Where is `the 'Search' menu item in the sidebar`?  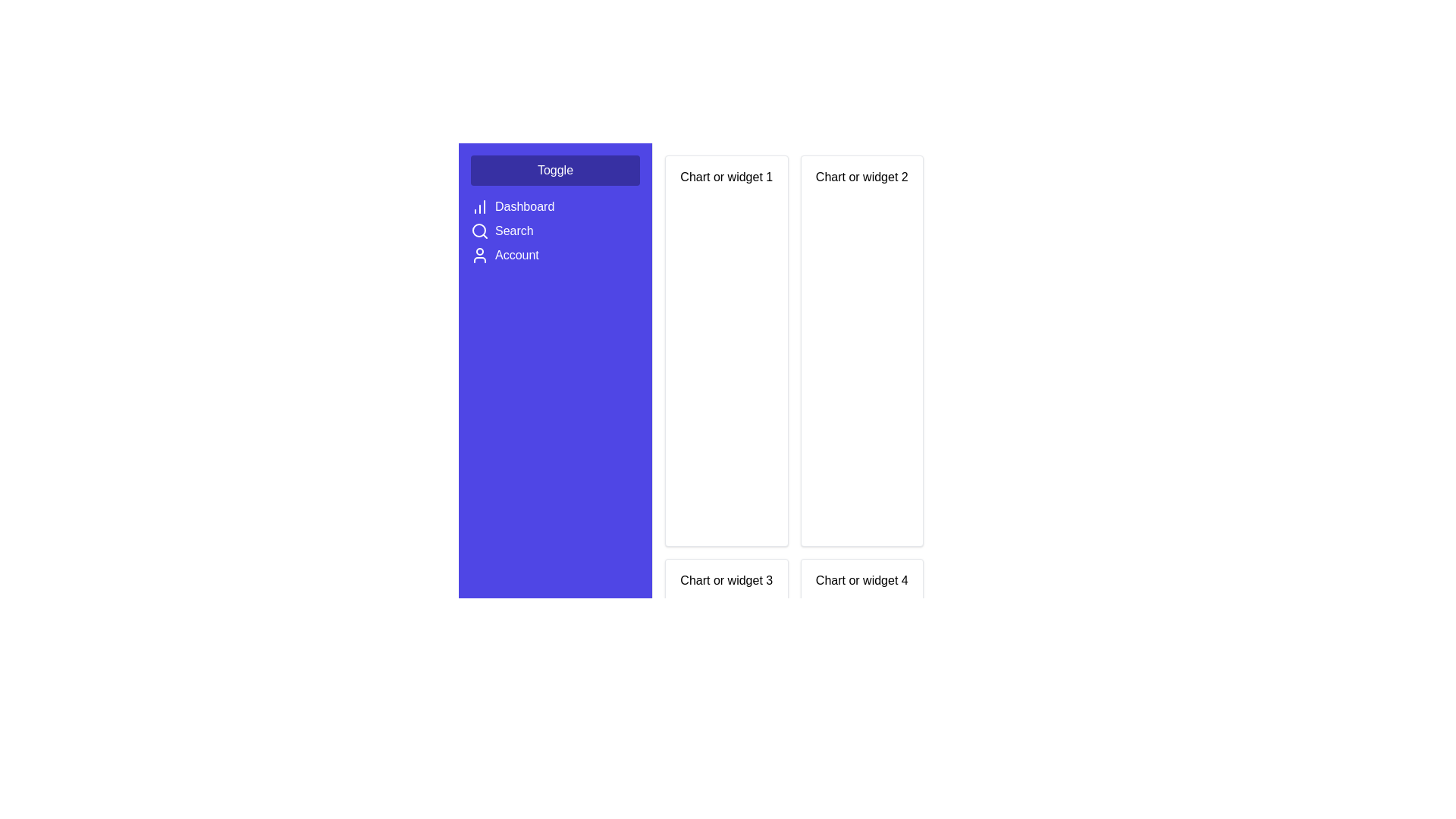 the 'Search' menu item in the sidebar is located at coordinates (554, 231).